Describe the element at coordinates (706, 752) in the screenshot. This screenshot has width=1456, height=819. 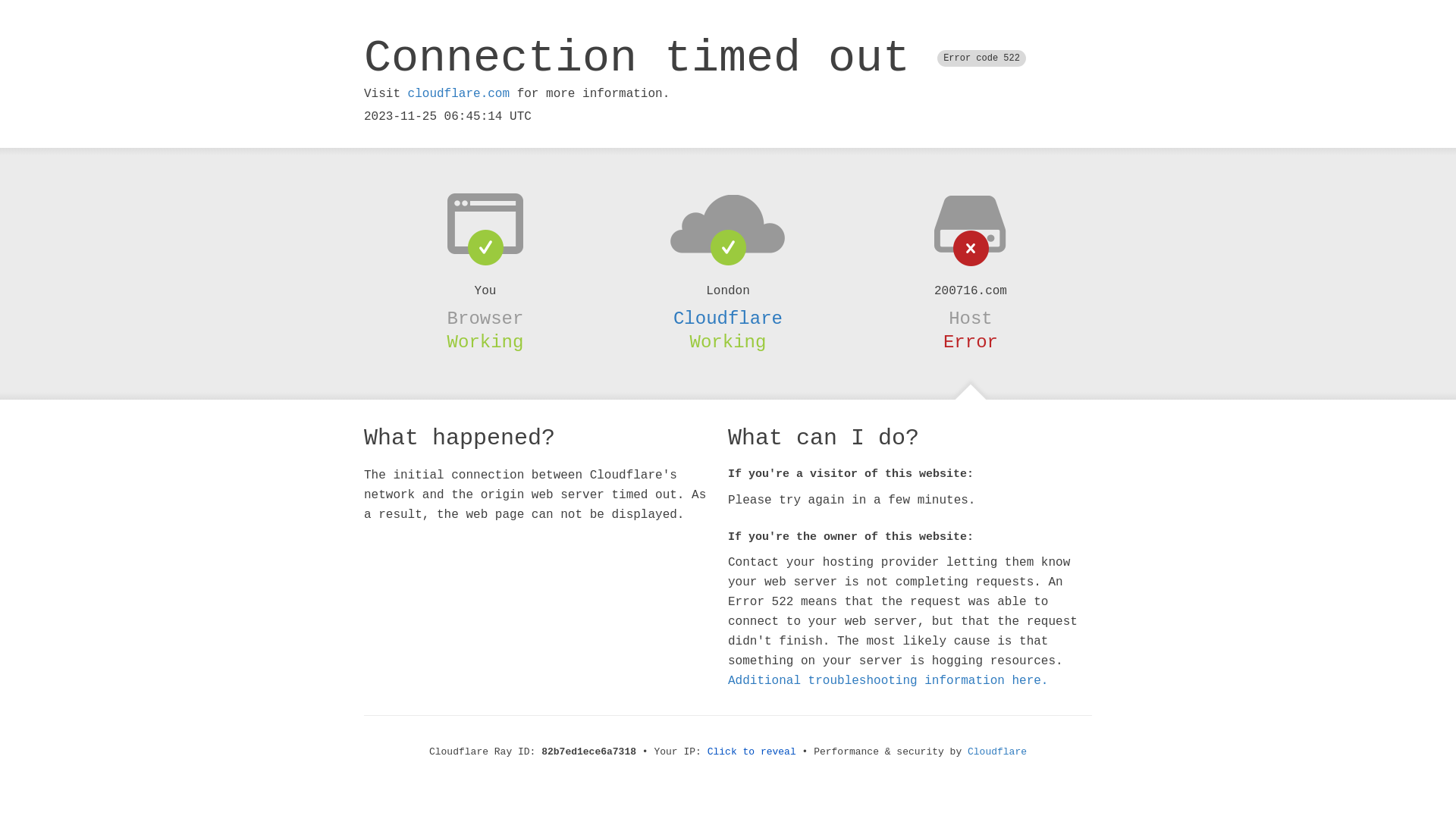
I see `'Click to reveal'` at that location.